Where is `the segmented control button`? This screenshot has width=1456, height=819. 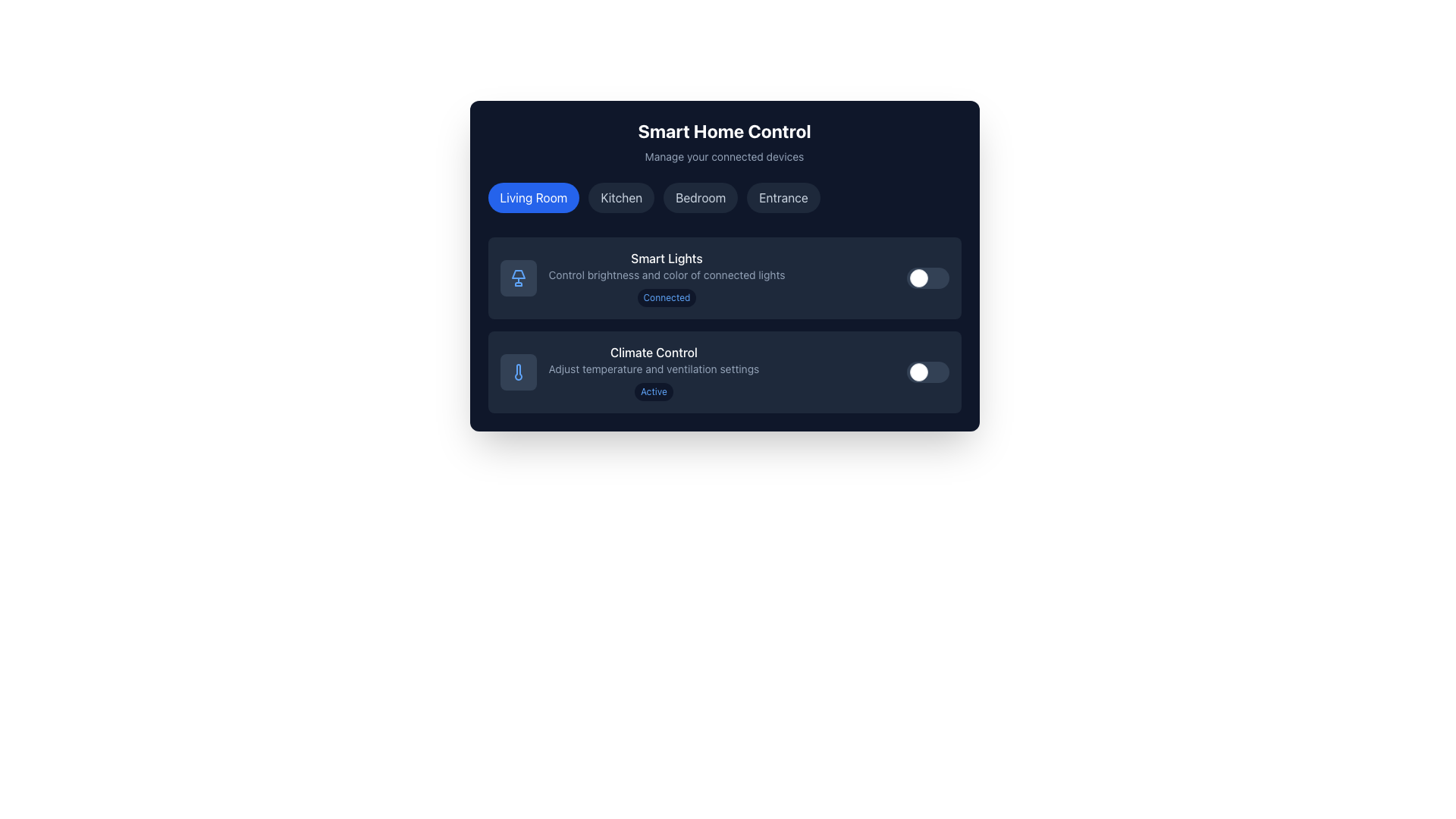
the segmented control button is located at coordinates (723, 200).